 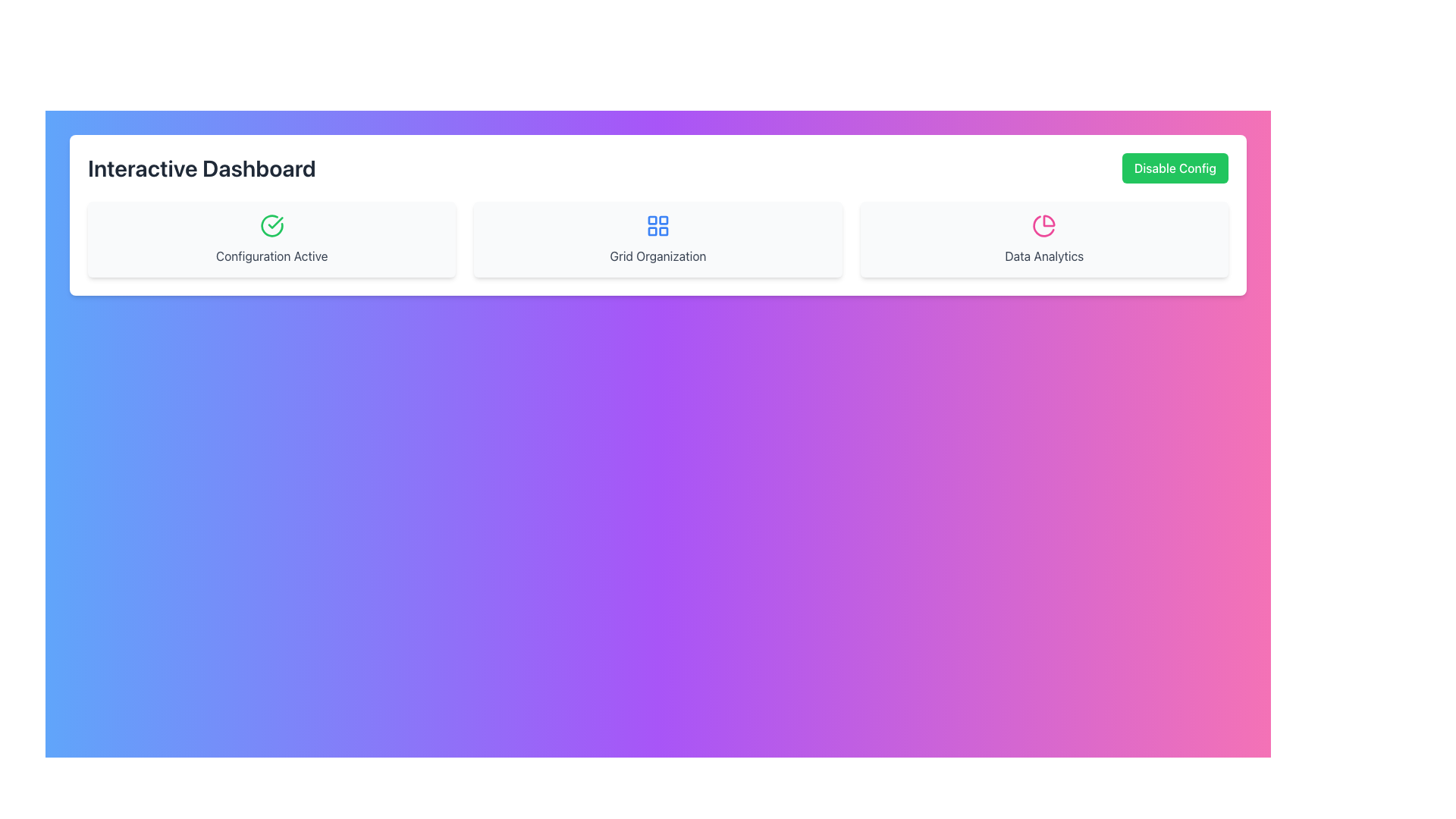 I want to click on the text label that serves as a title for the grid organization feature, located below the grid-like icon in the central card among three horizontally aligned cards, so click(x=658, y=256).